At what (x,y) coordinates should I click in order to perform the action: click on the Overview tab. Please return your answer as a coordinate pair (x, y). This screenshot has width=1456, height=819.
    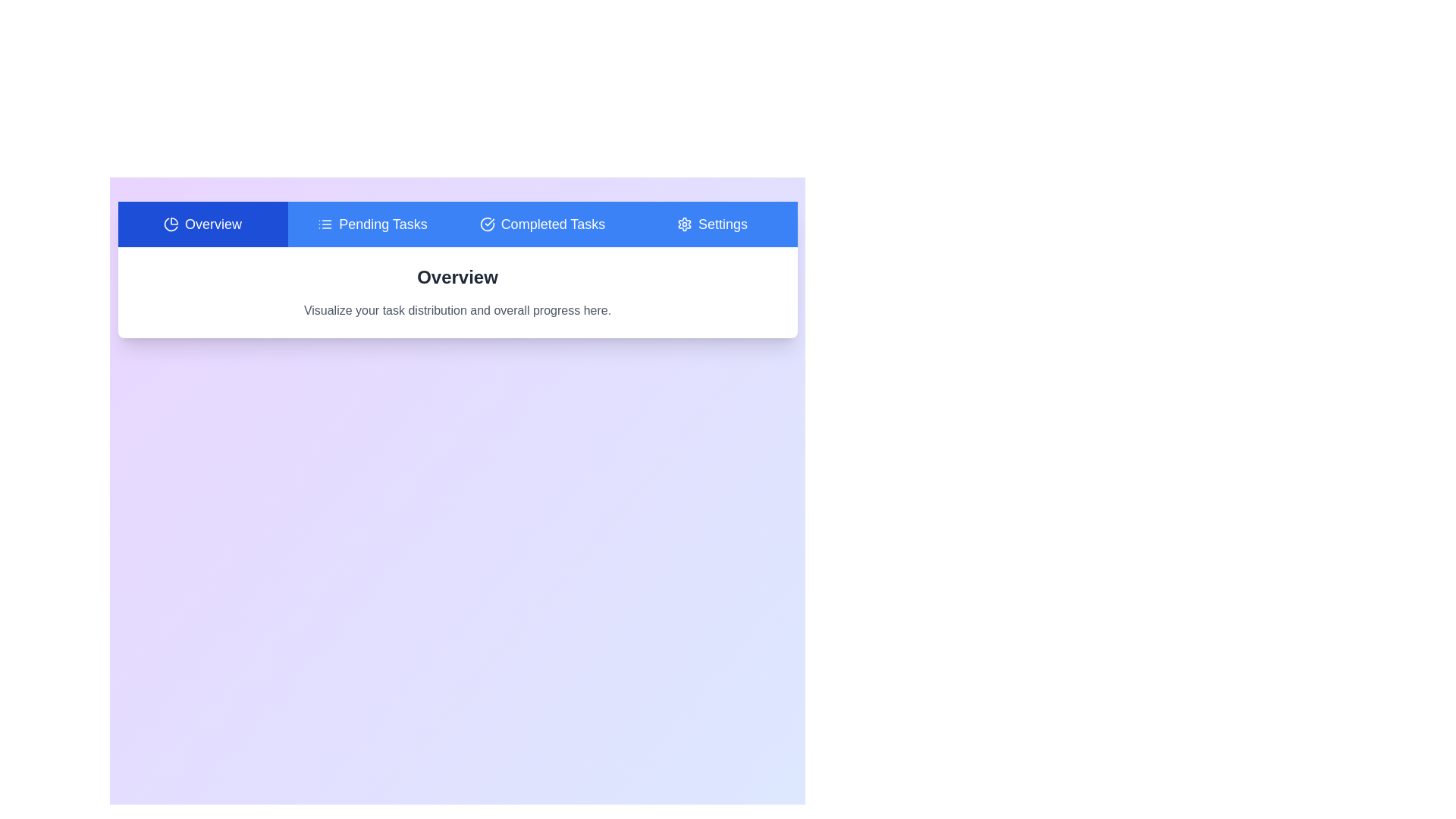
    Looking at the image, I should click on (202, 224).